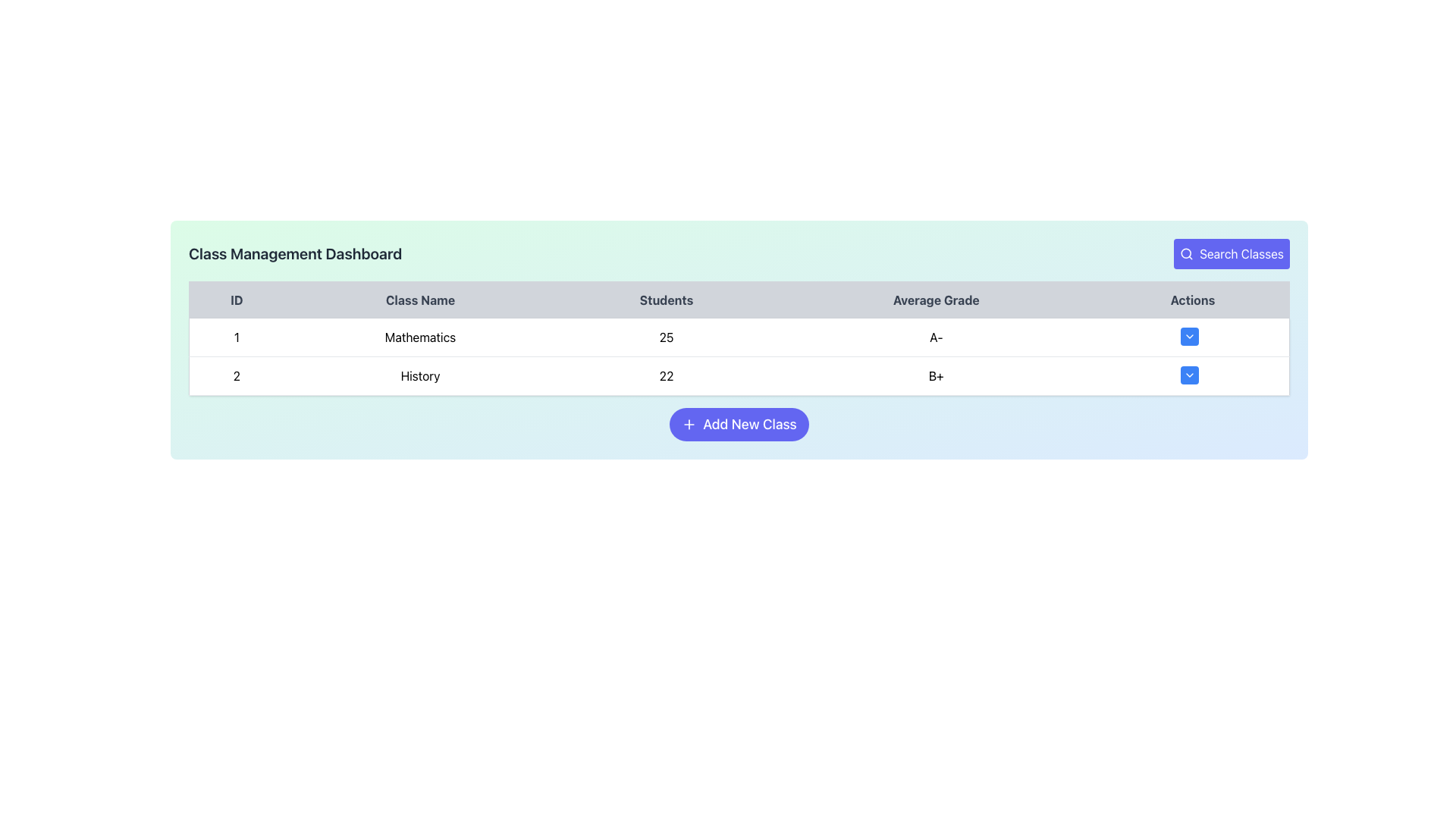  Describe the element at coordinates (420, 375) in the screenshot. I see `the 'History' text label located in the second row of the table under the 'Class Name' column` at that location.